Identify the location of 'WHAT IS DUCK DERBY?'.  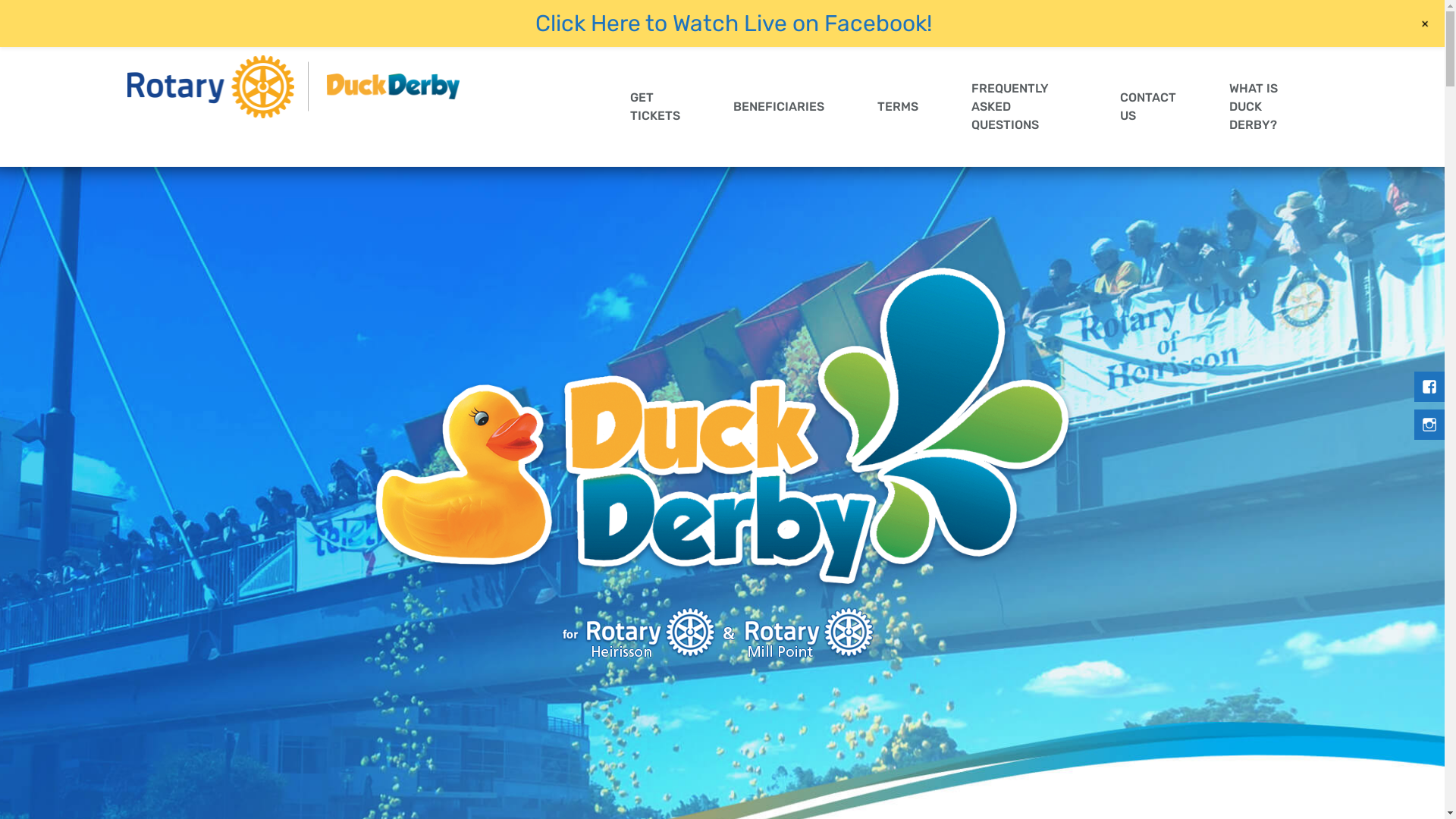
(1260, 106).